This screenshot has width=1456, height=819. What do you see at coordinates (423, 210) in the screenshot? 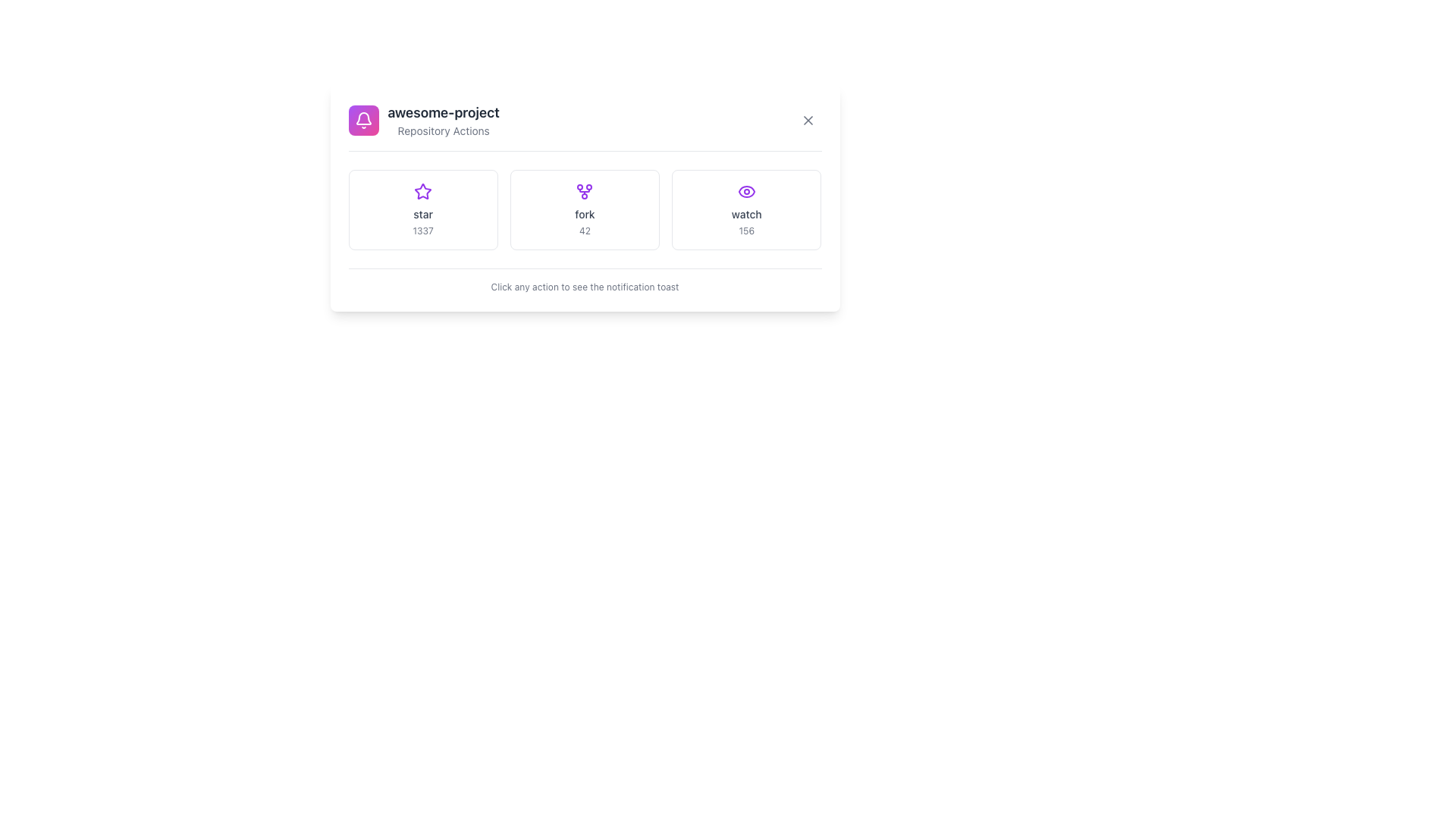
I see `the first card-shaped button in the grid layout that contains a purple star icon and the word 'star' to star the project` at bounding box center [423, 210].